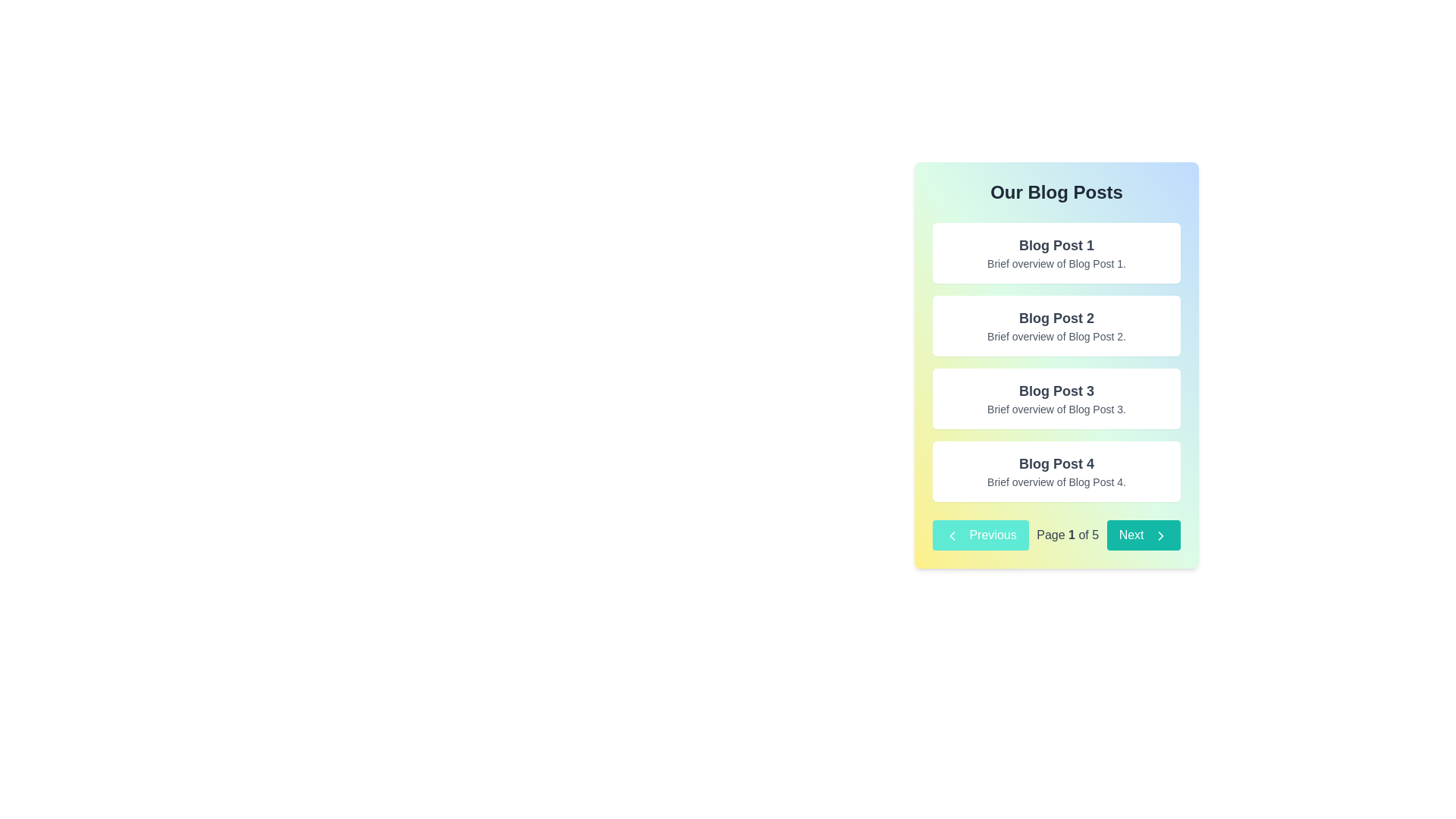 The height and width of the screenshot is (819, 1456). Describe the element at coordinates (1056, 325) in the screenshot. I see `the static content card displaying 'Blog Post 2' with a brief overview text, which is positioned in the right-hand column below 'Blog Post 1' and above 'Blog Post 3'` at that location.